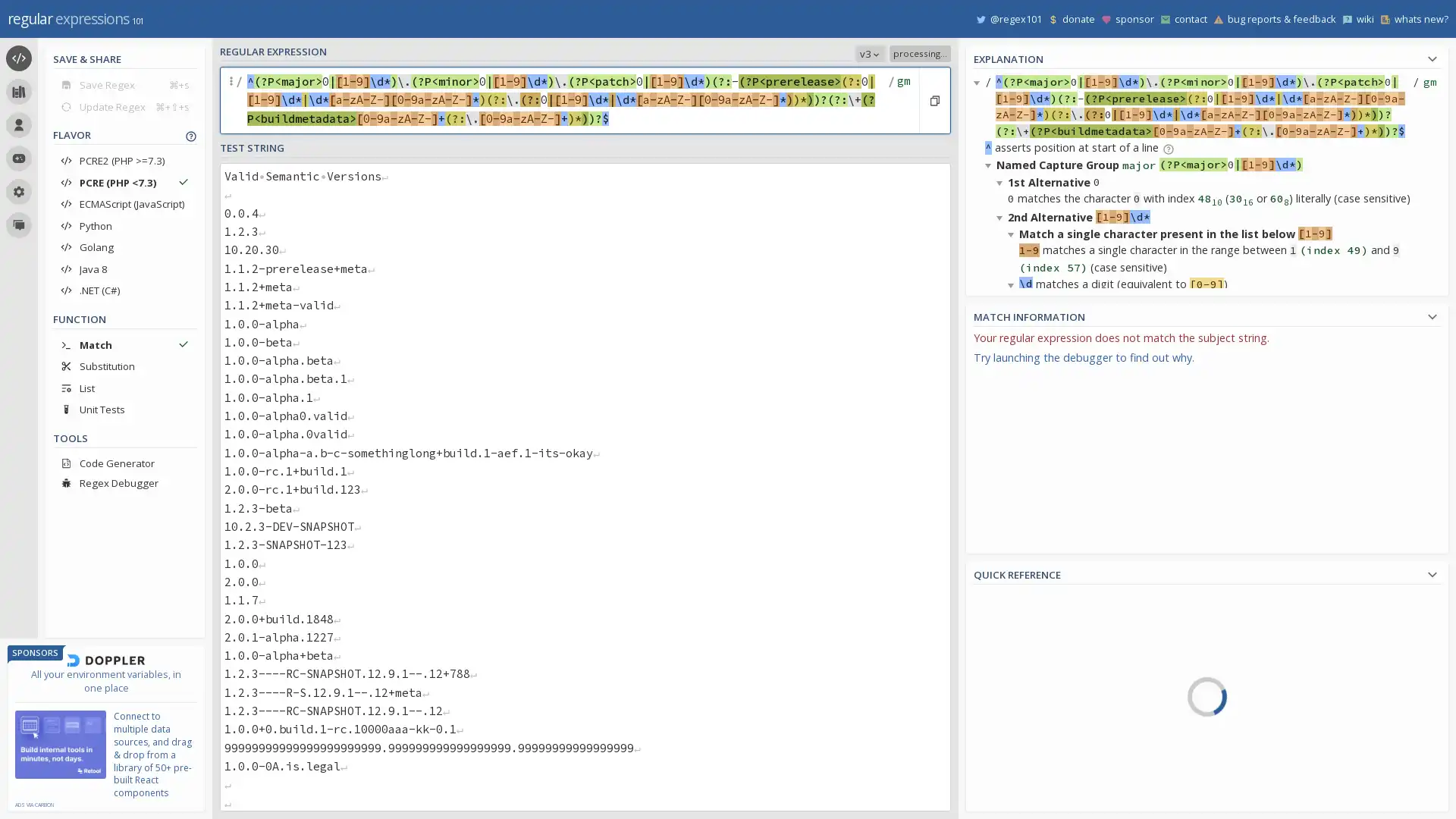  What do you see at coordinates (1282, 794) in the screenshot?
I see `Any digit \d` at bounding box center [1282, 794].